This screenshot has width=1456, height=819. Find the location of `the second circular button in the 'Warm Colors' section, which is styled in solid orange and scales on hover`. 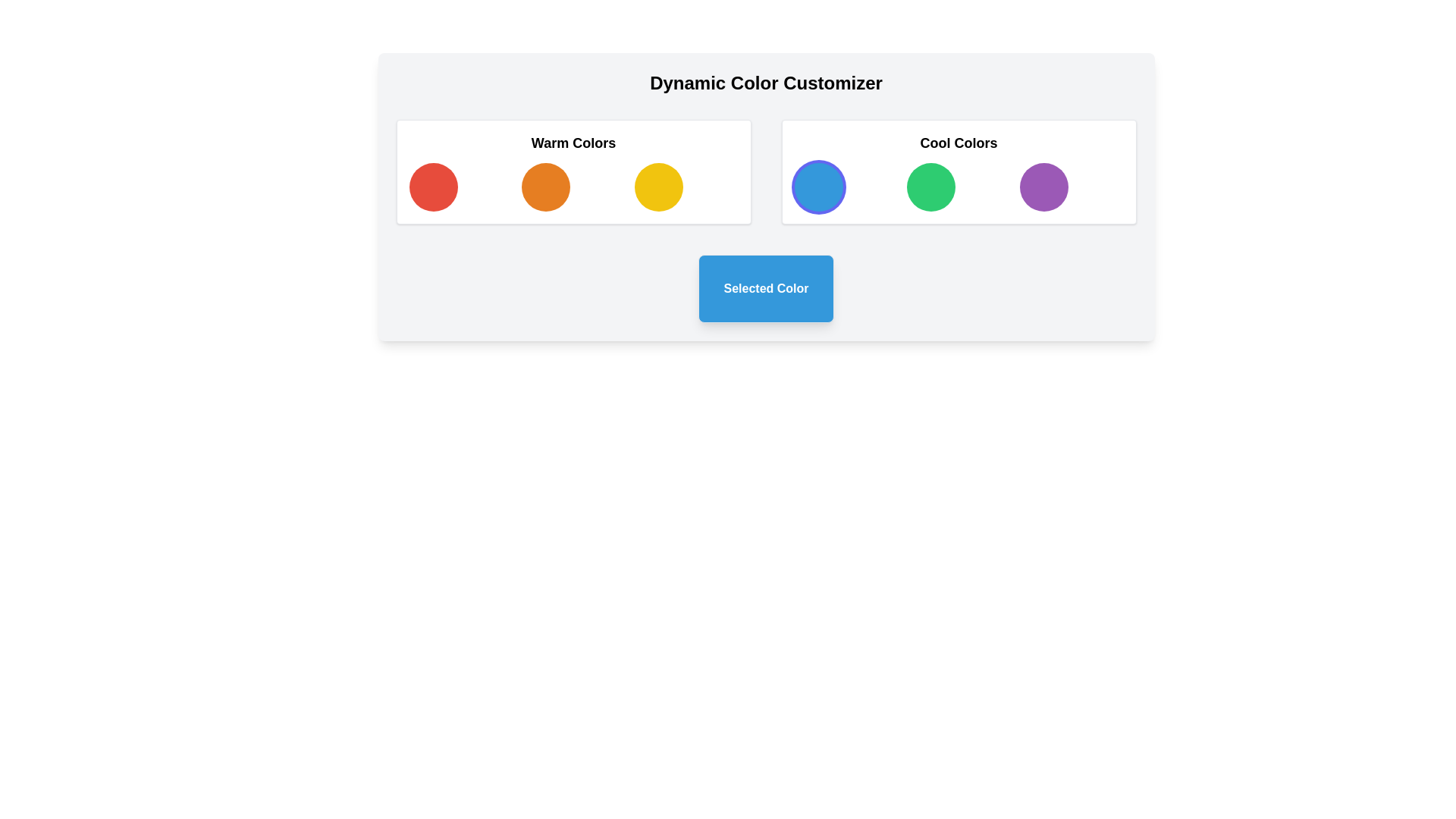

the second circular button in the 'Warm Colors' section, which is styled in solid orange and scales on hover is located at coordinates (546, 186).